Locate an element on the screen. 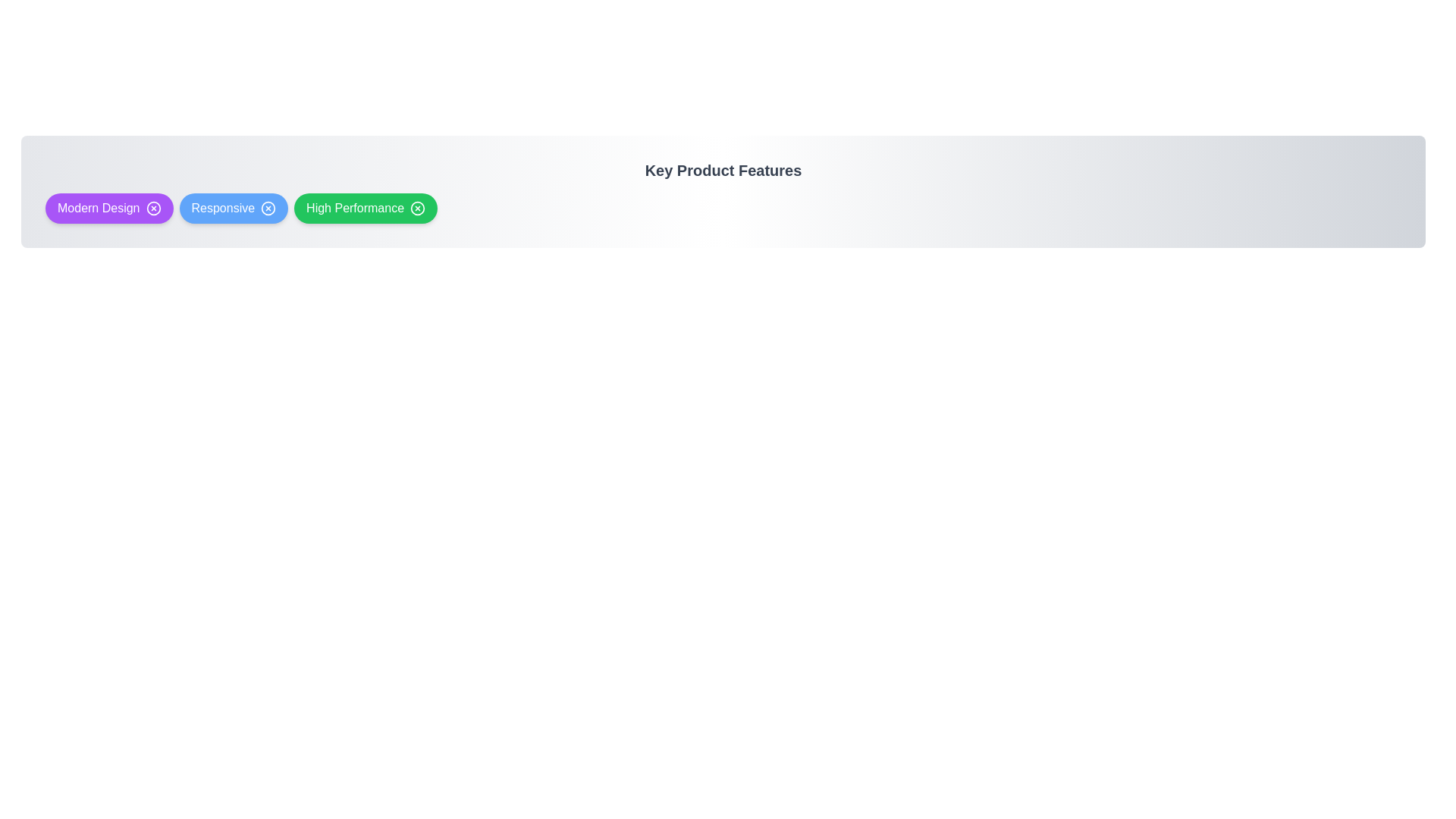 This screenshot has height=819, width=1456. the label of the feature Responsive is located at coordinates (222, 208).